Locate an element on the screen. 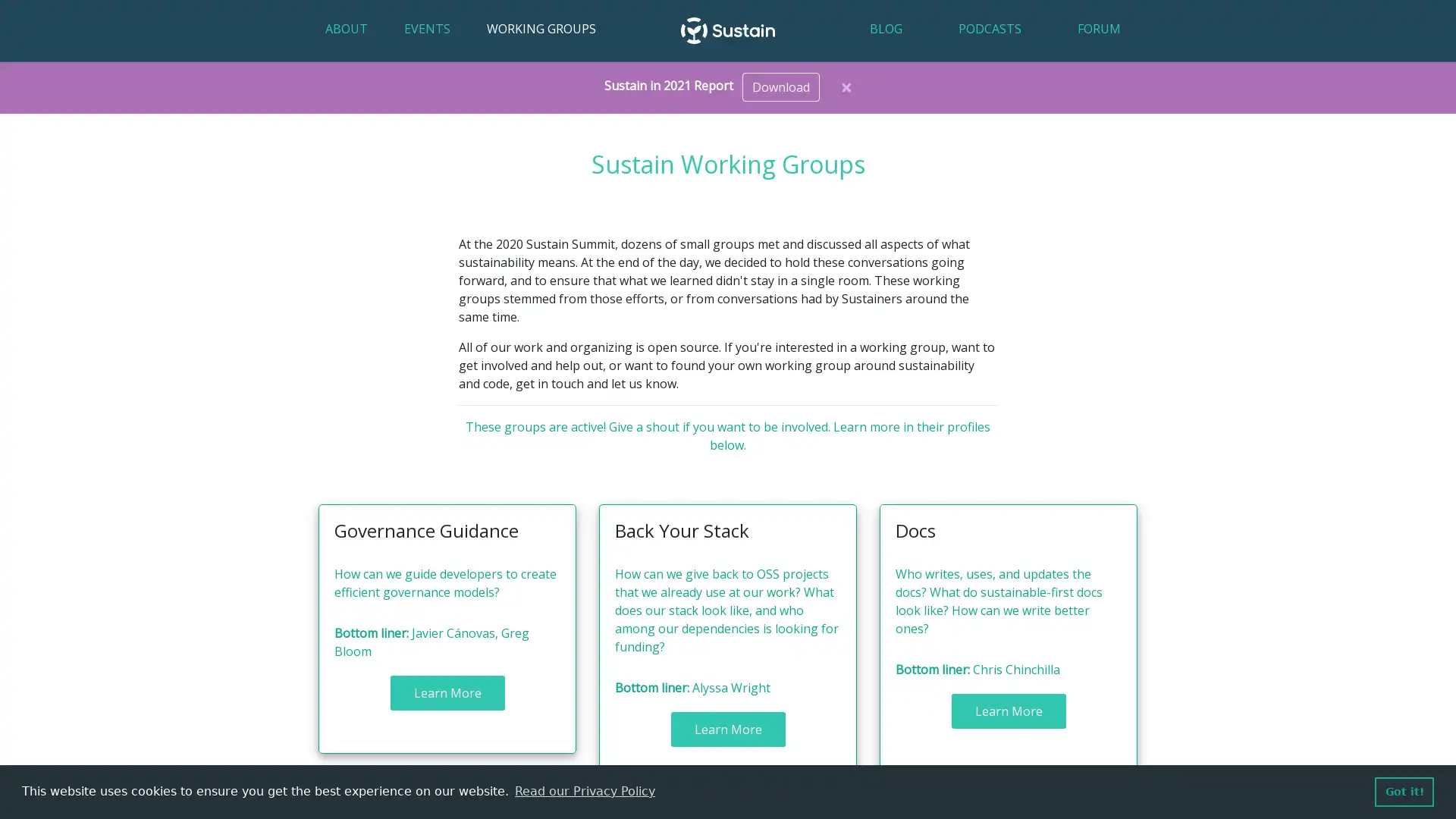 This screenshot has height=819, width=1456. Close is located at coordinates (846, 87).